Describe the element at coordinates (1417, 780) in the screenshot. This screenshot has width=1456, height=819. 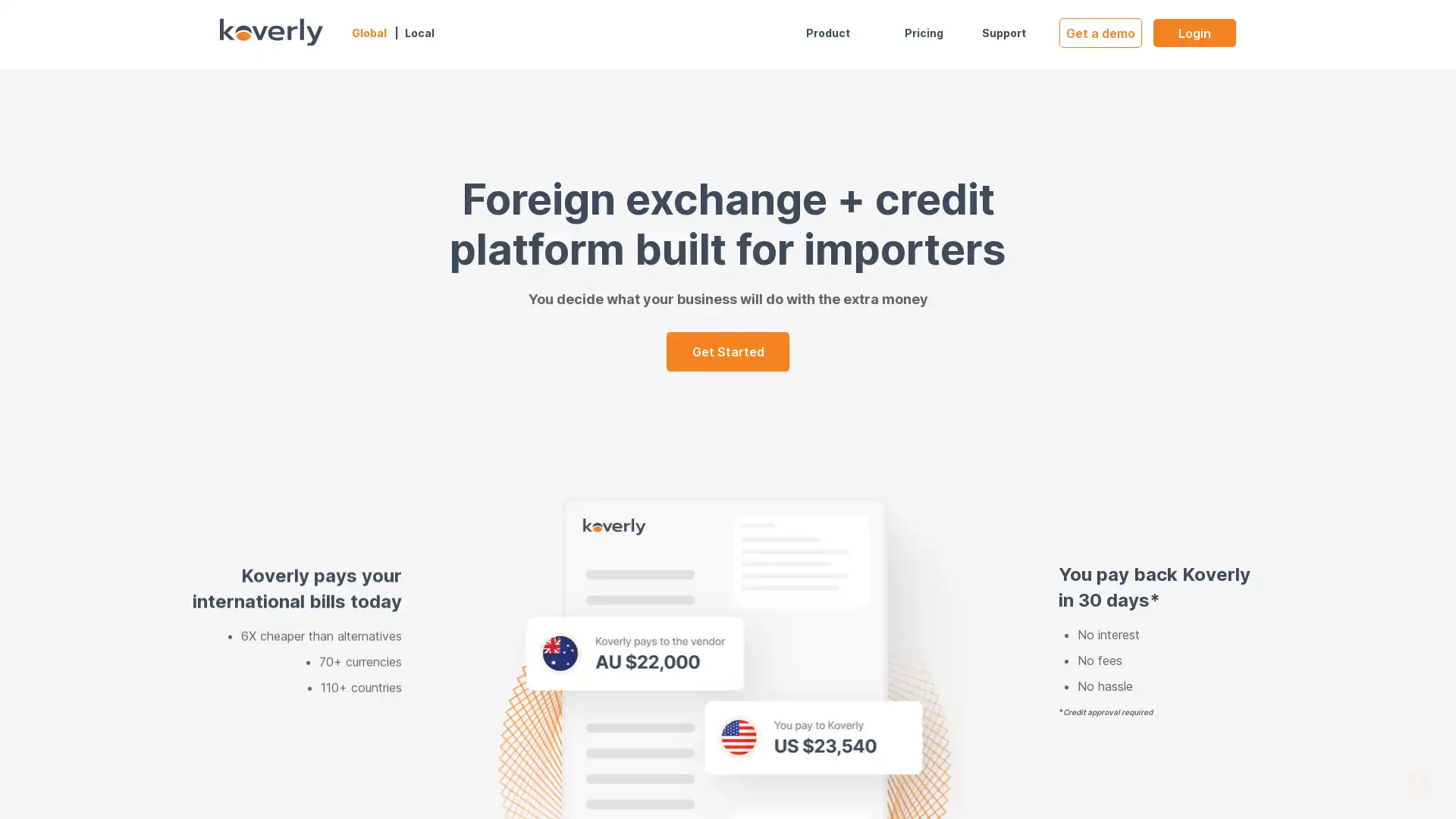
I see `Open Intercom Messenger` at that location.